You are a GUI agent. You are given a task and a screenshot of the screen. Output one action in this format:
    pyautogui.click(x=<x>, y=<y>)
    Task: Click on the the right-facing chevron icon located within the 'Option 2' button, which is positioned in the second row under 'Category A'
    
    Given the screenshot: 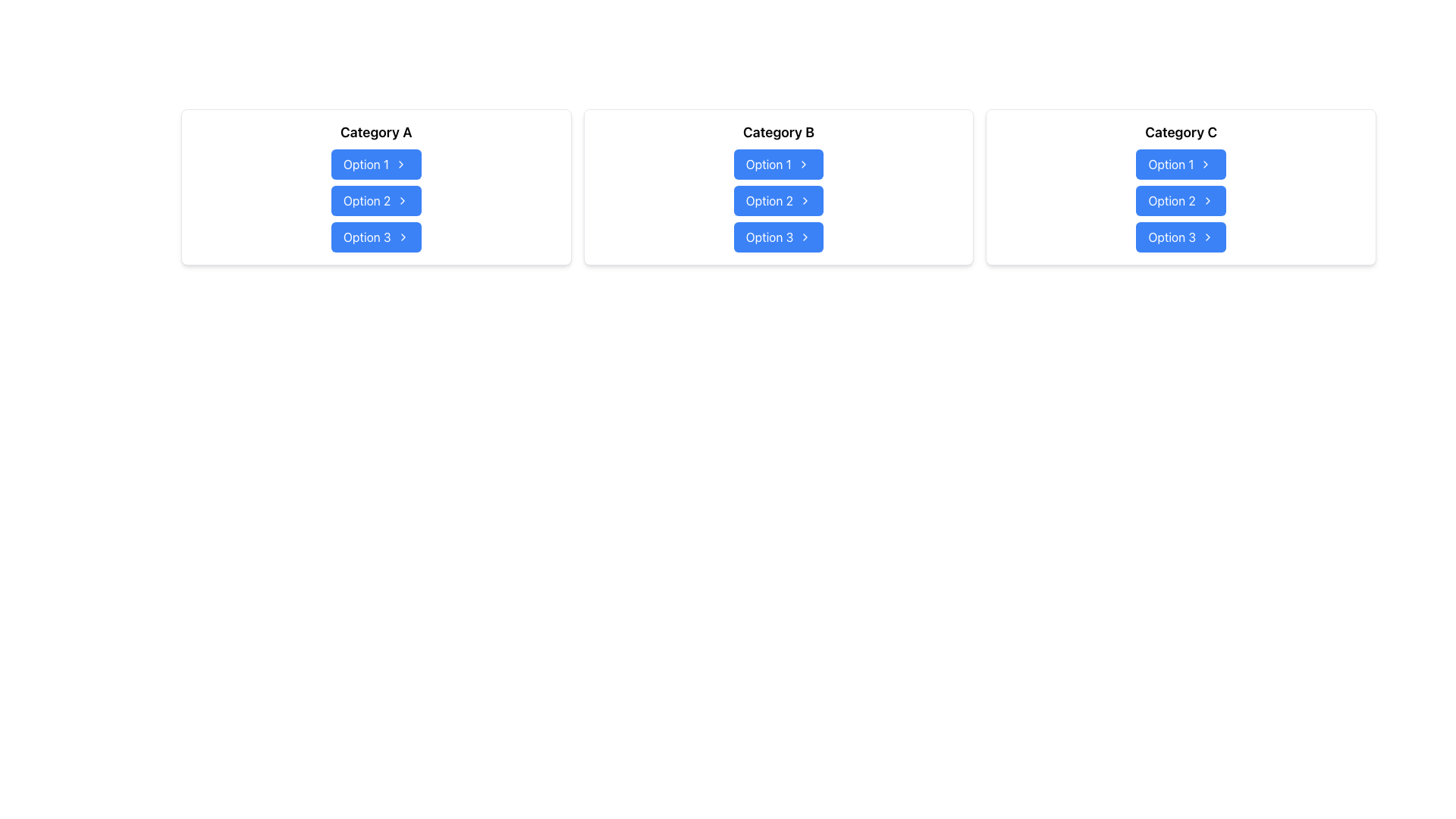 What is the action you would take?
    pyautogui.click(x=403, y=200)
    